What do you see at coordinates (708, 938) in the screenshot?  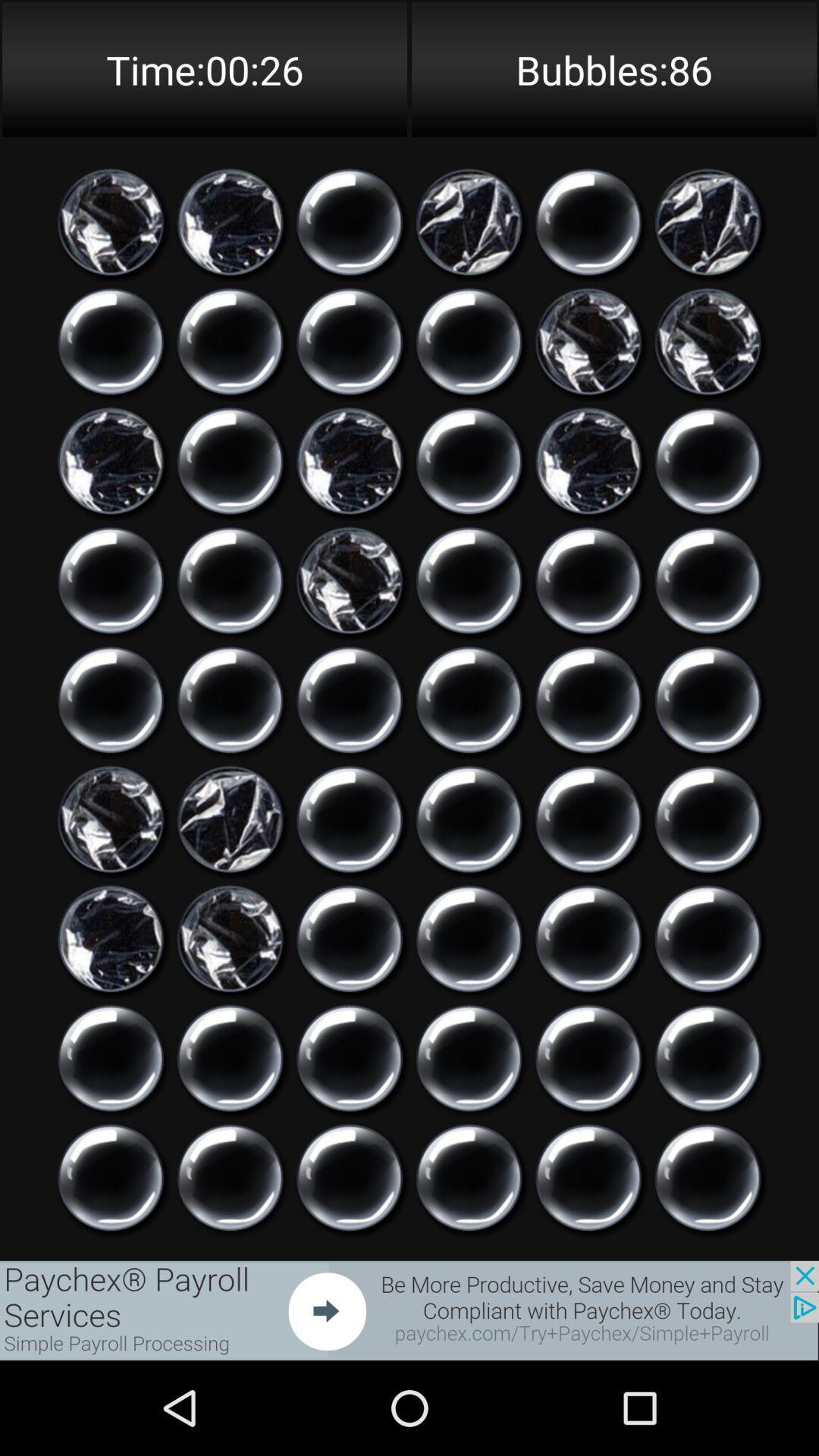 I see `pop this bubble` at bounding box center [708, 938].